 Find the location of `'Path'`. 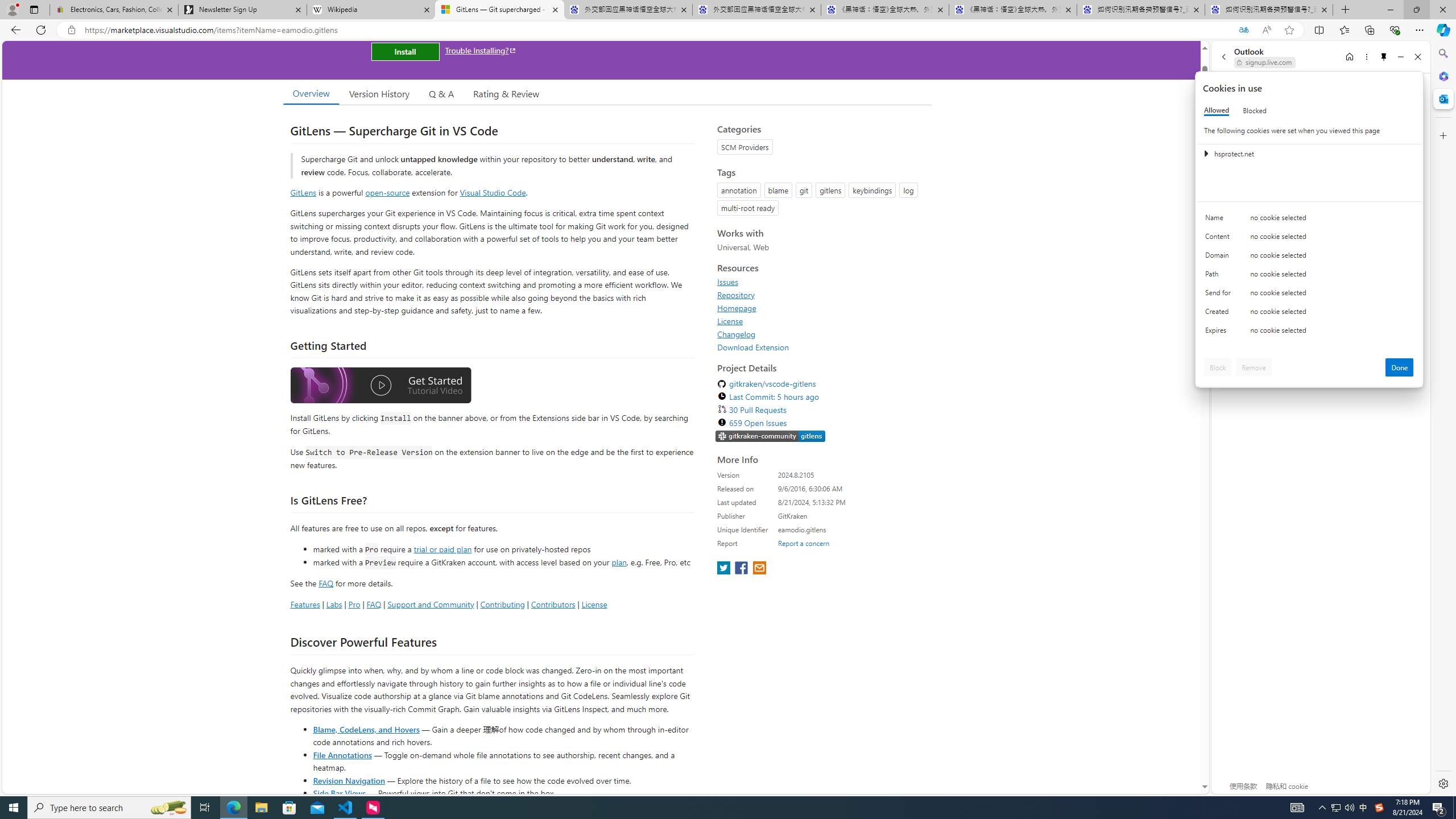

'Path' is located at coordinates (1219, 276).